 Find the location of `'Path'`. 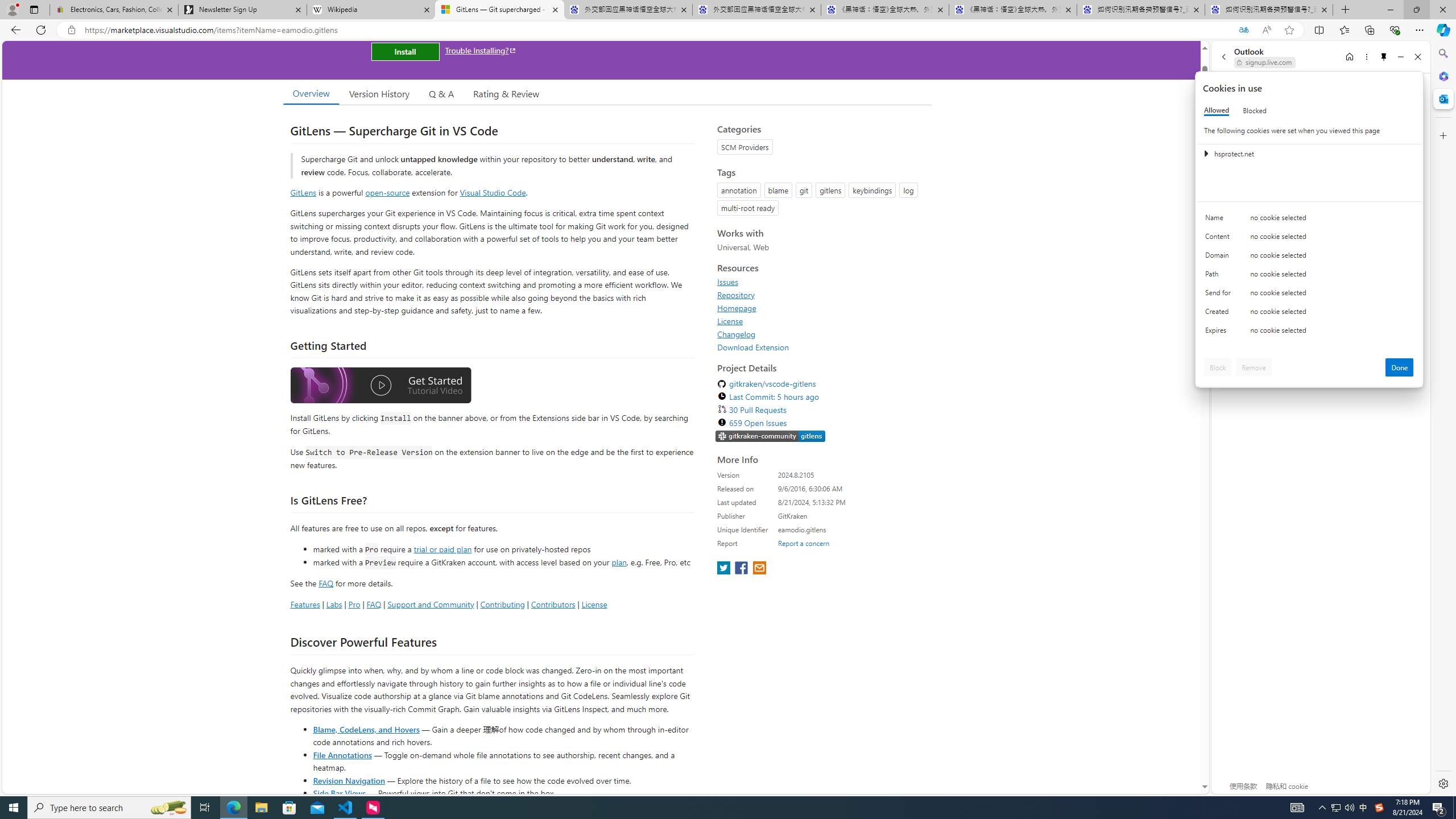

'Path' is located at coordinates (1219, 276).